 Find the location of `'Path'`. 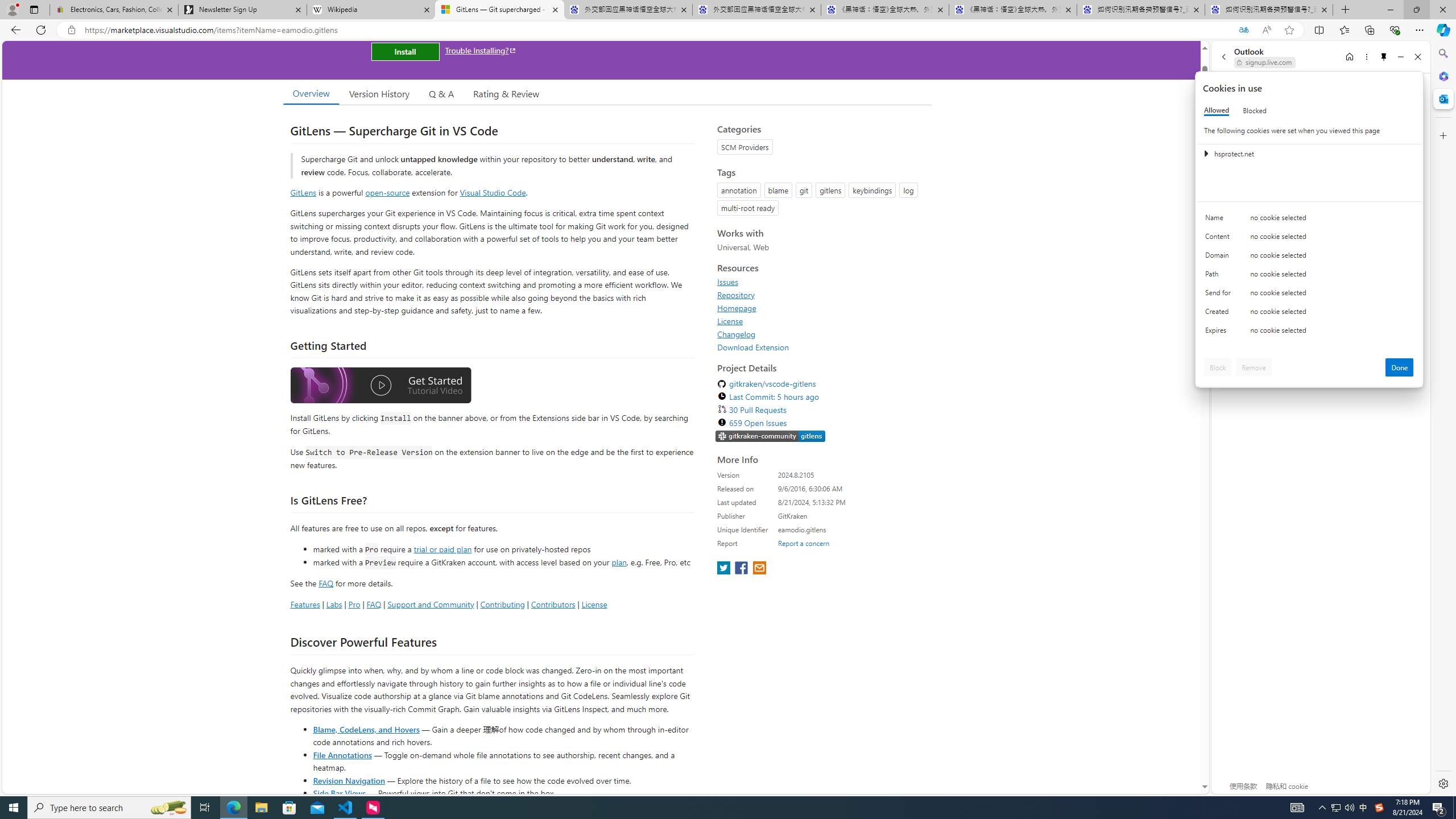

'Path' is located at coordinates (1219, 276).